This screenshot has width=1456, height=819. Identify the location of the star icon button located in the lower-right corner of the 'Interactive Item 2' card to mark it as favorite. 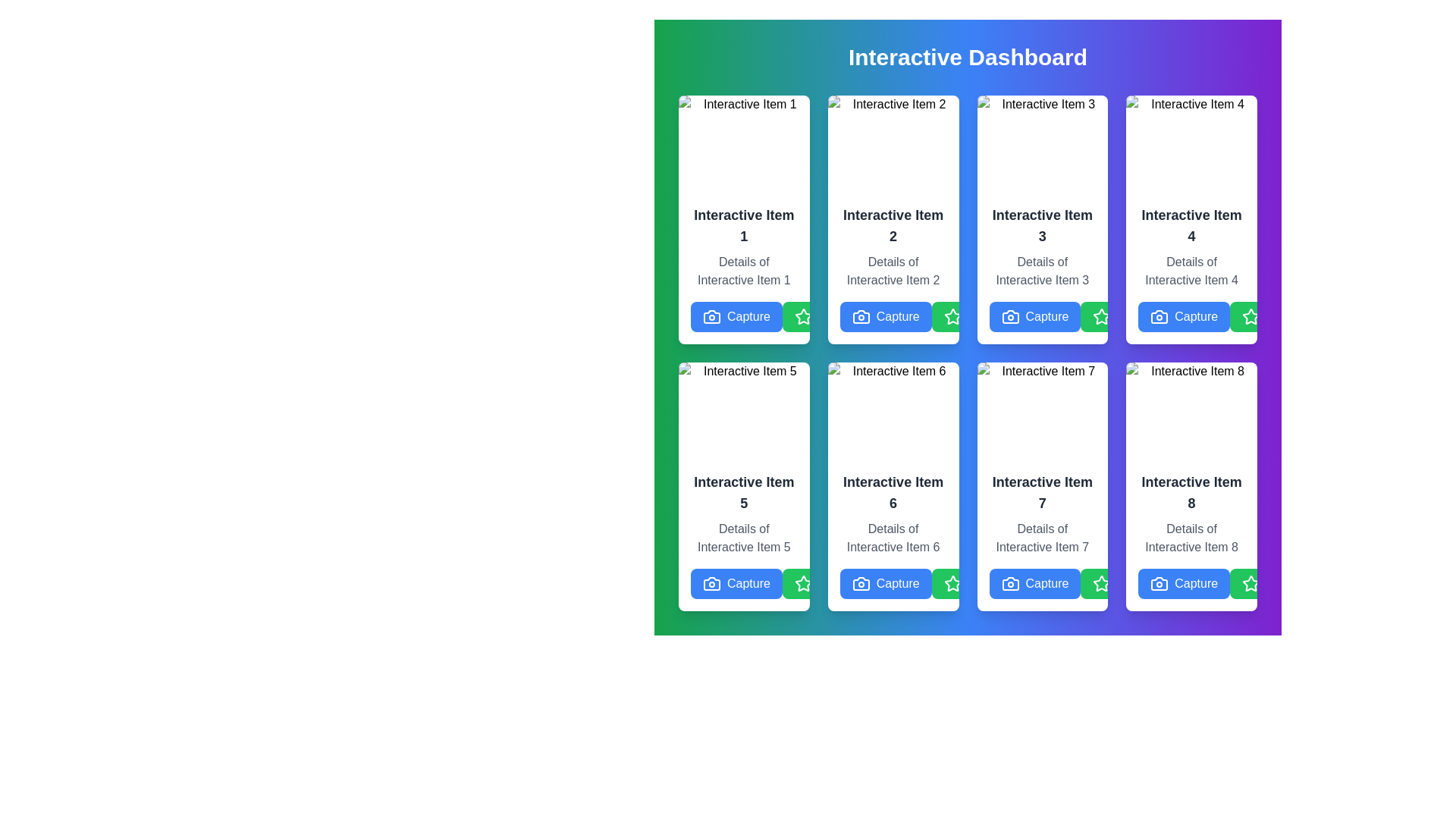
(802, 315).